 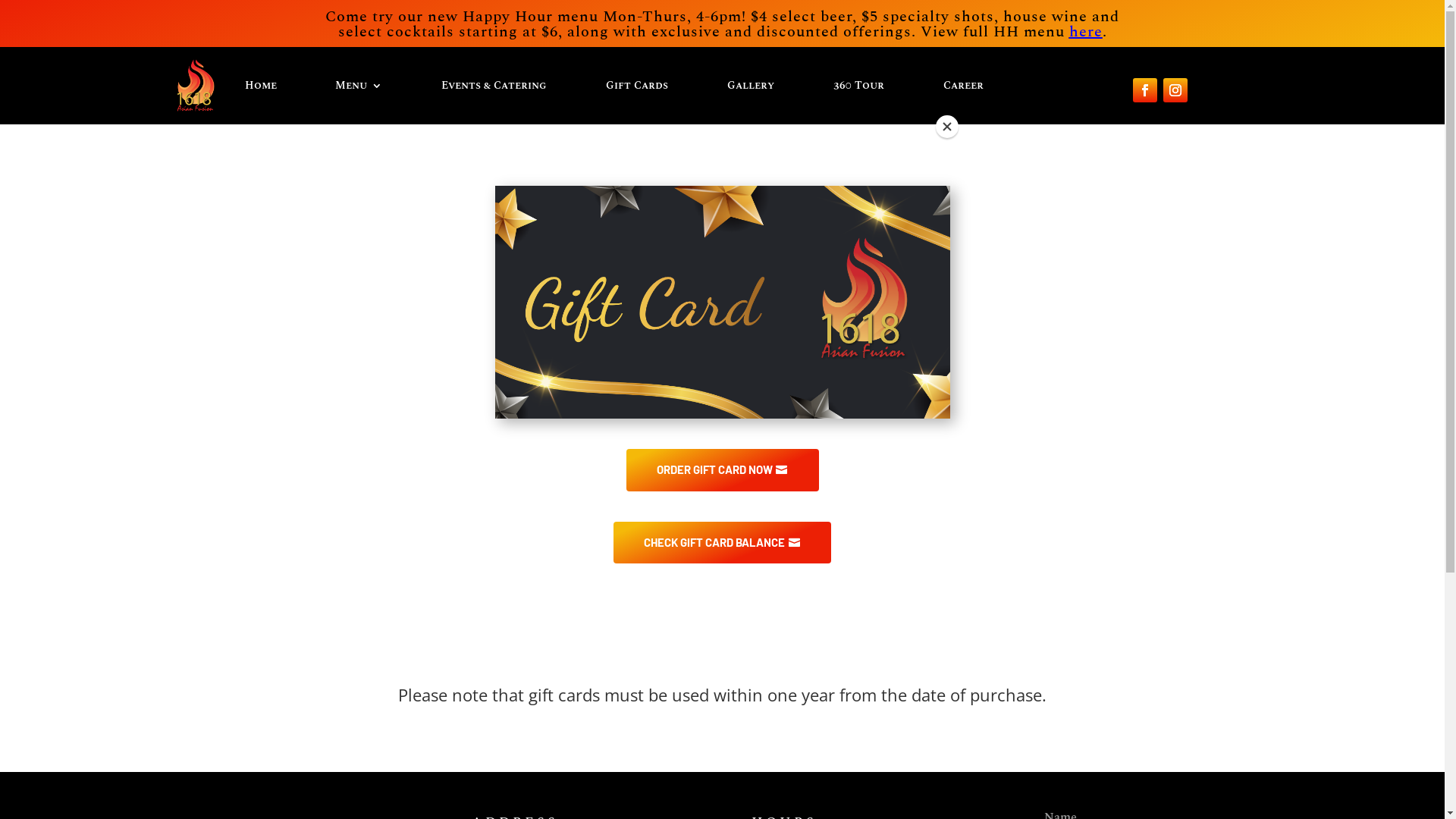 What do you see at coordinates (1084, 32) in the screenshot?
I see `'here'` at bounding box center [1084, 32].